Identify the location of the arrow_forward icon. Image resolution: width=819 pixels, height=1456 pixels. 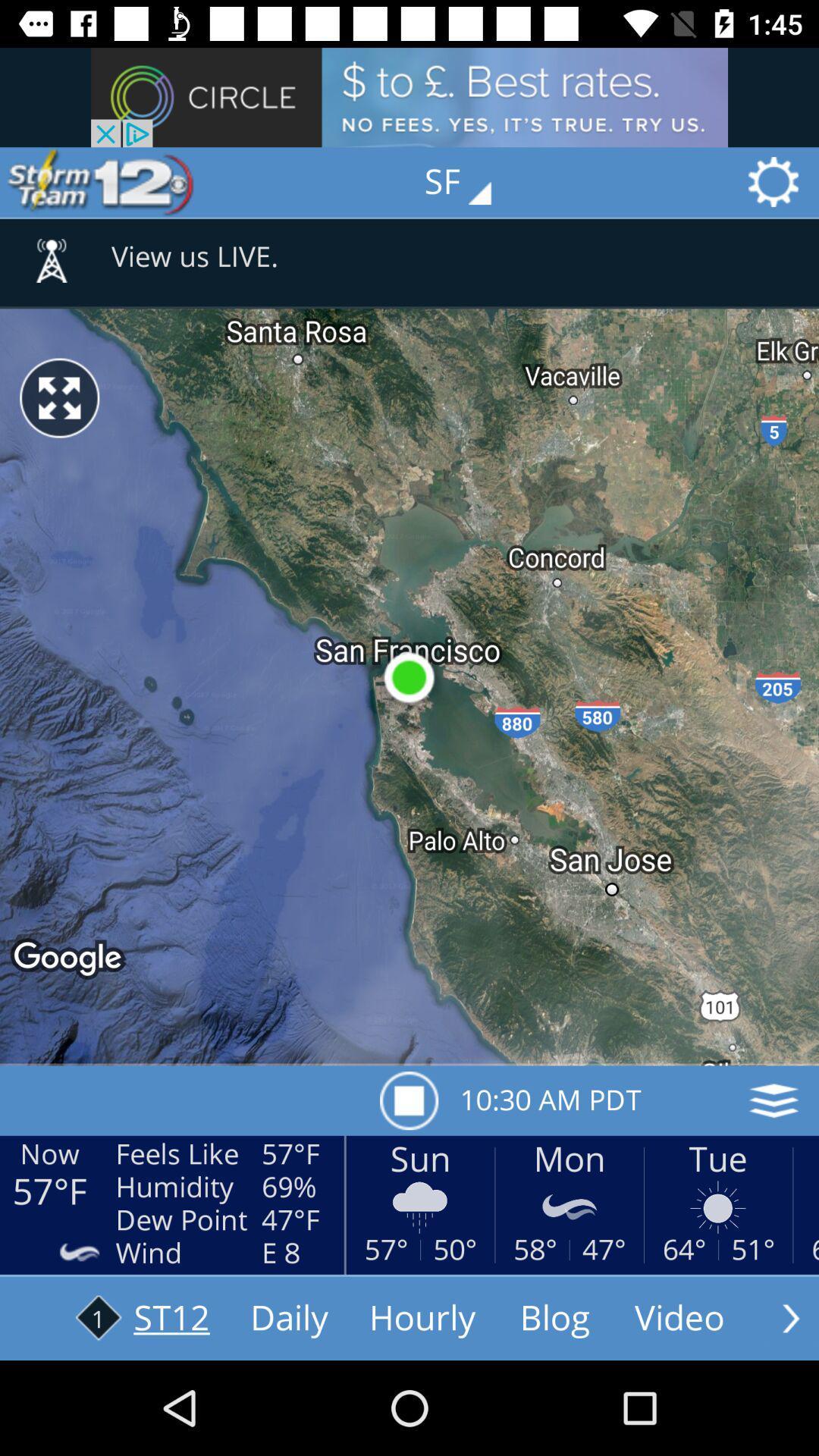
(790, 1317).